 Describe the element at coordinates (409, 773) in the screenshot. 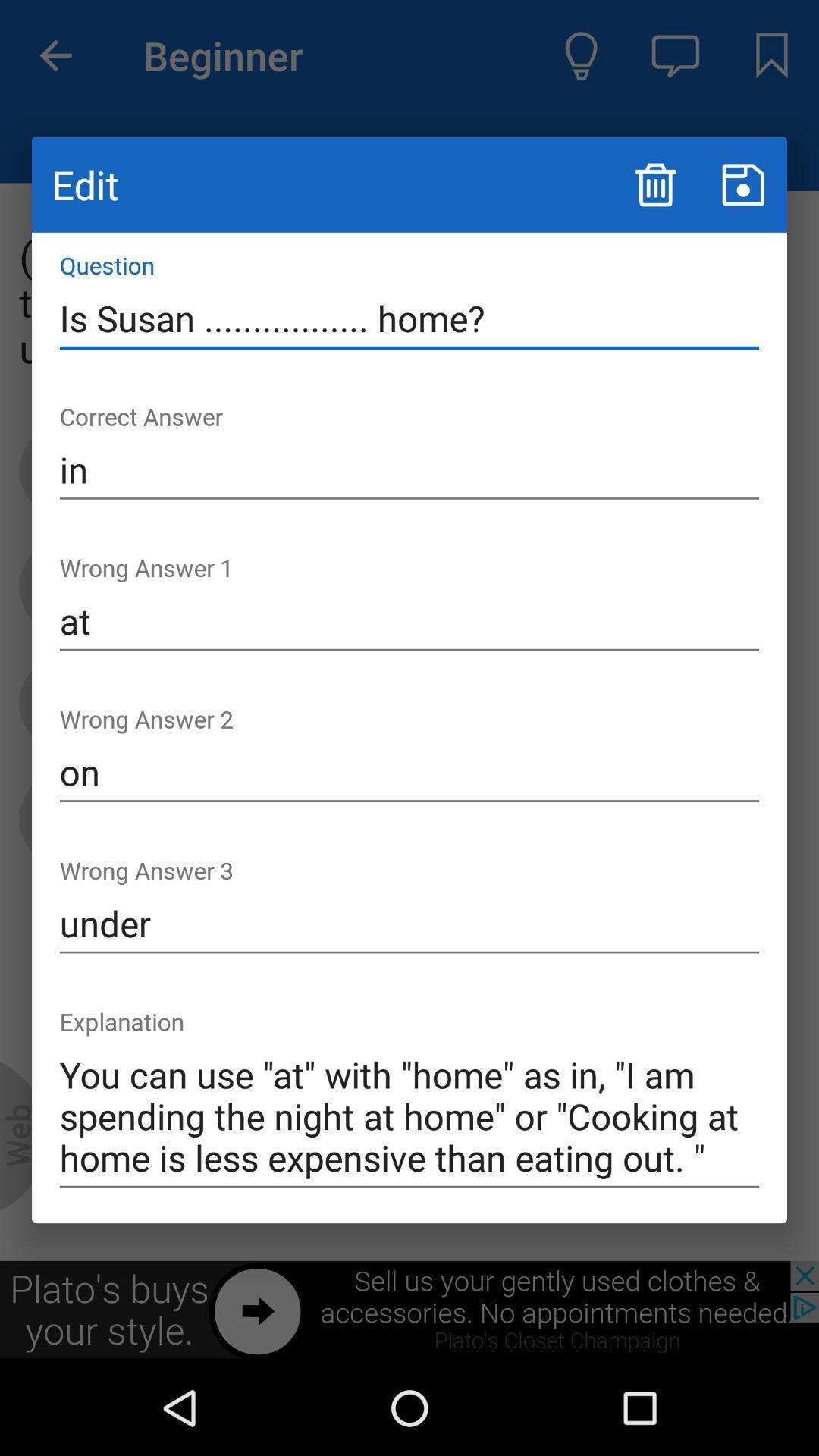

I see `the on item` at that location.